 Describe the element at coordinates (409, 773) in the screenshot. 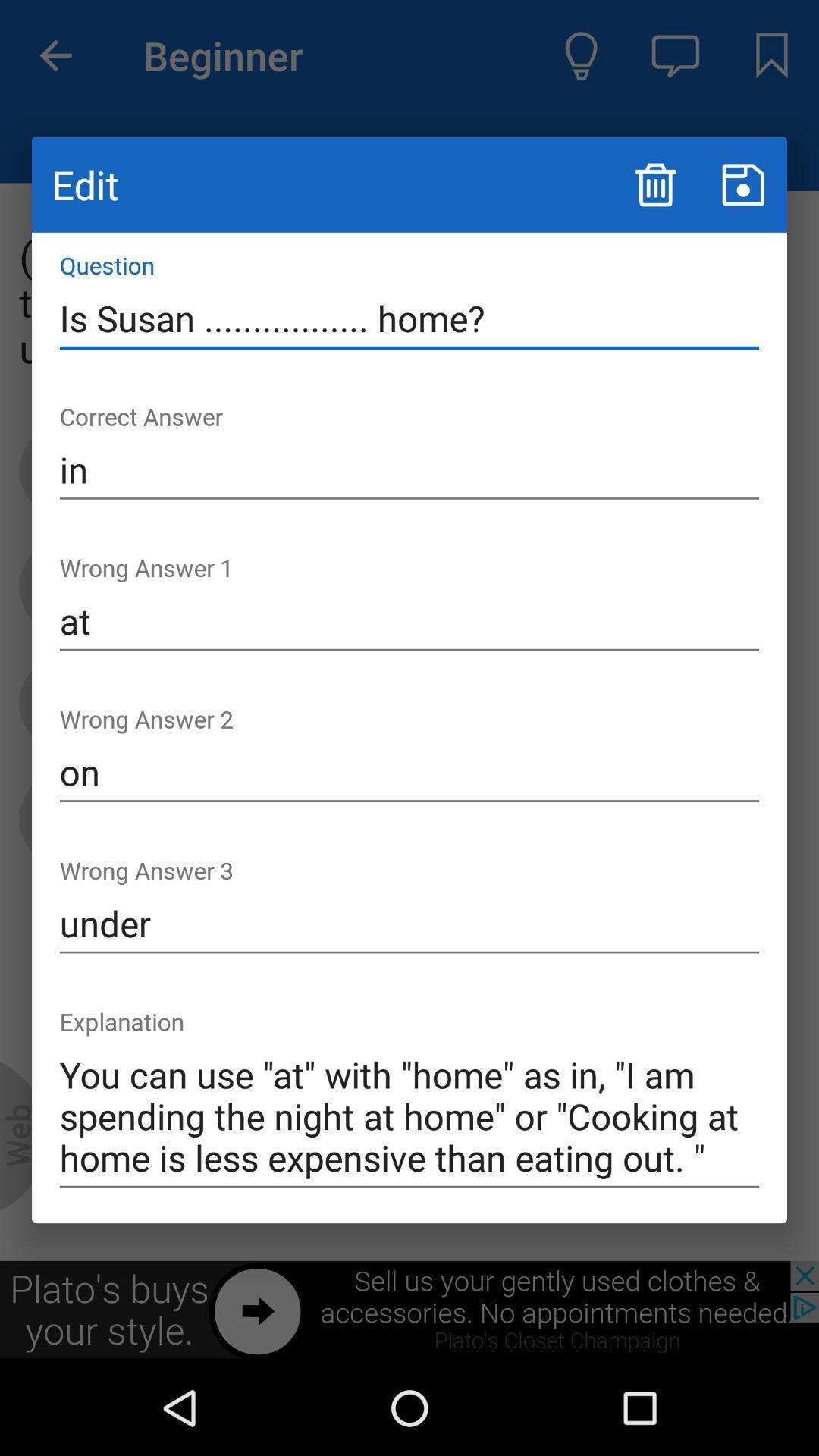

I see `the on item` at that location.